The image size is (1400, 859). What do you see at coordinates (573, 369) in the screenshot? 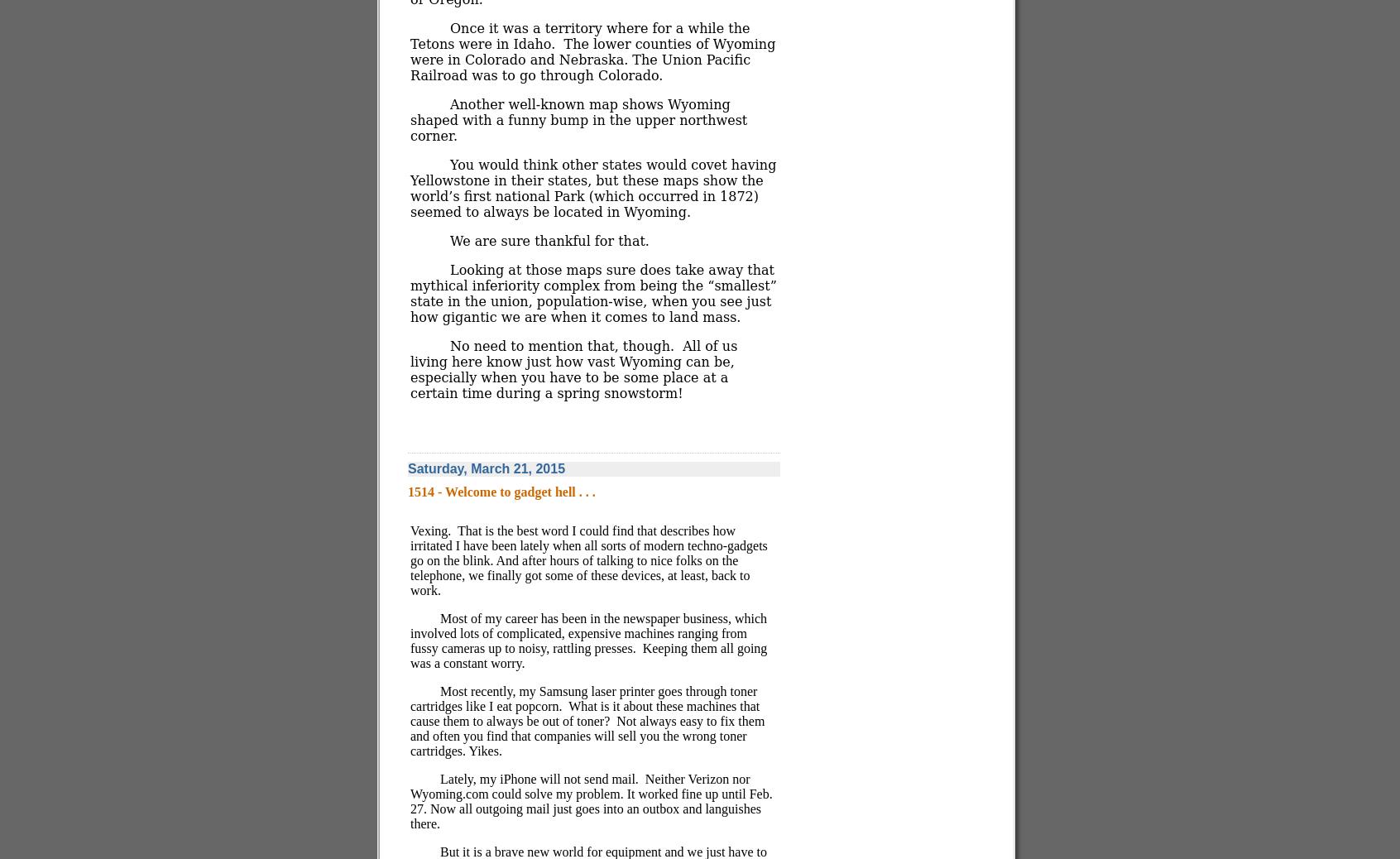
I see `'All of us living here know just how vast Wyoming
can be, especially when you have to be some place at a certain time during a
spring snowstorm!'` at bounding box center [573, 369].